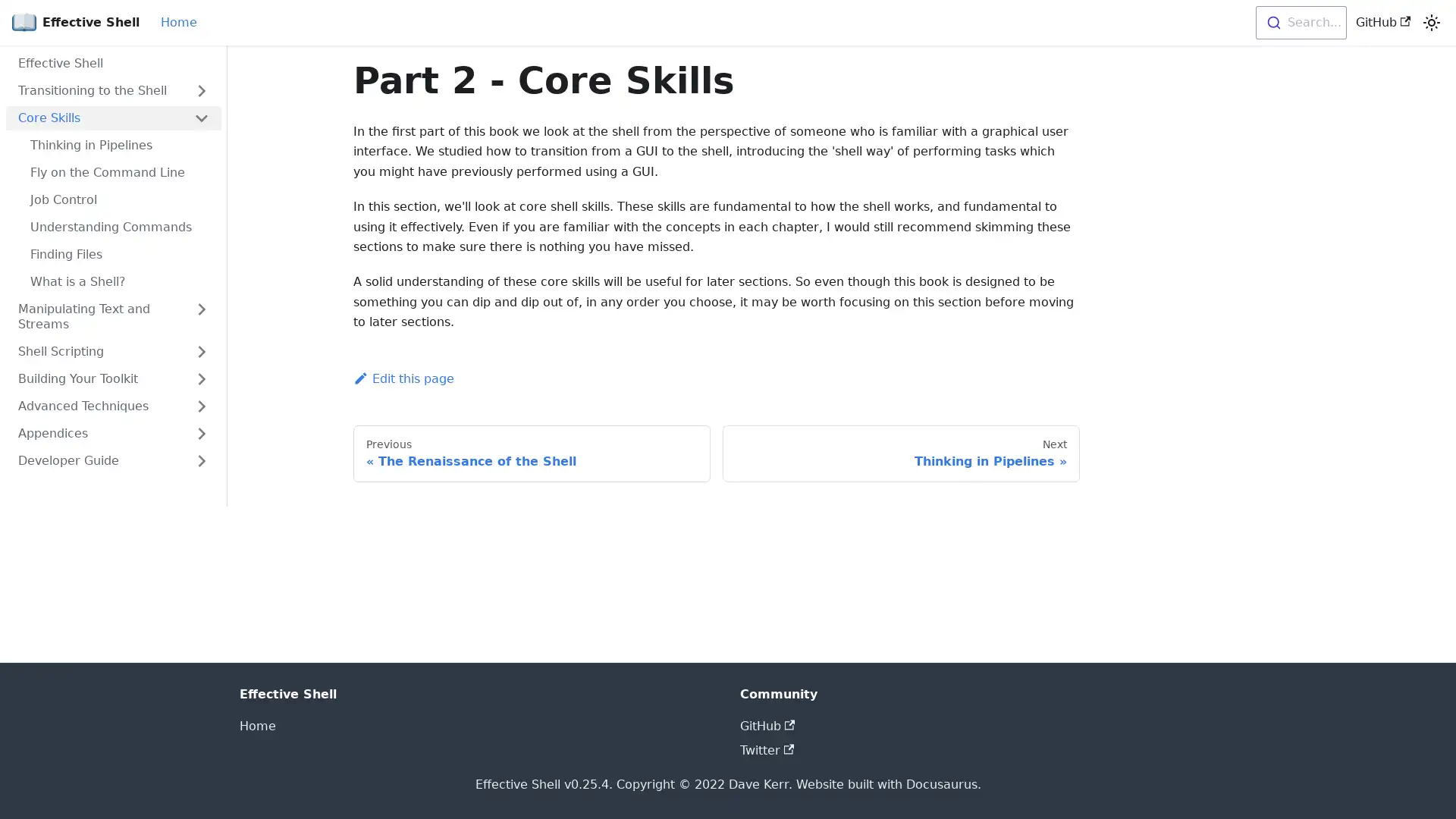 This screenshot has width=1456, height=819. I want to click on Switch between dark and light mode (currently light mode), so click(1430, 23).